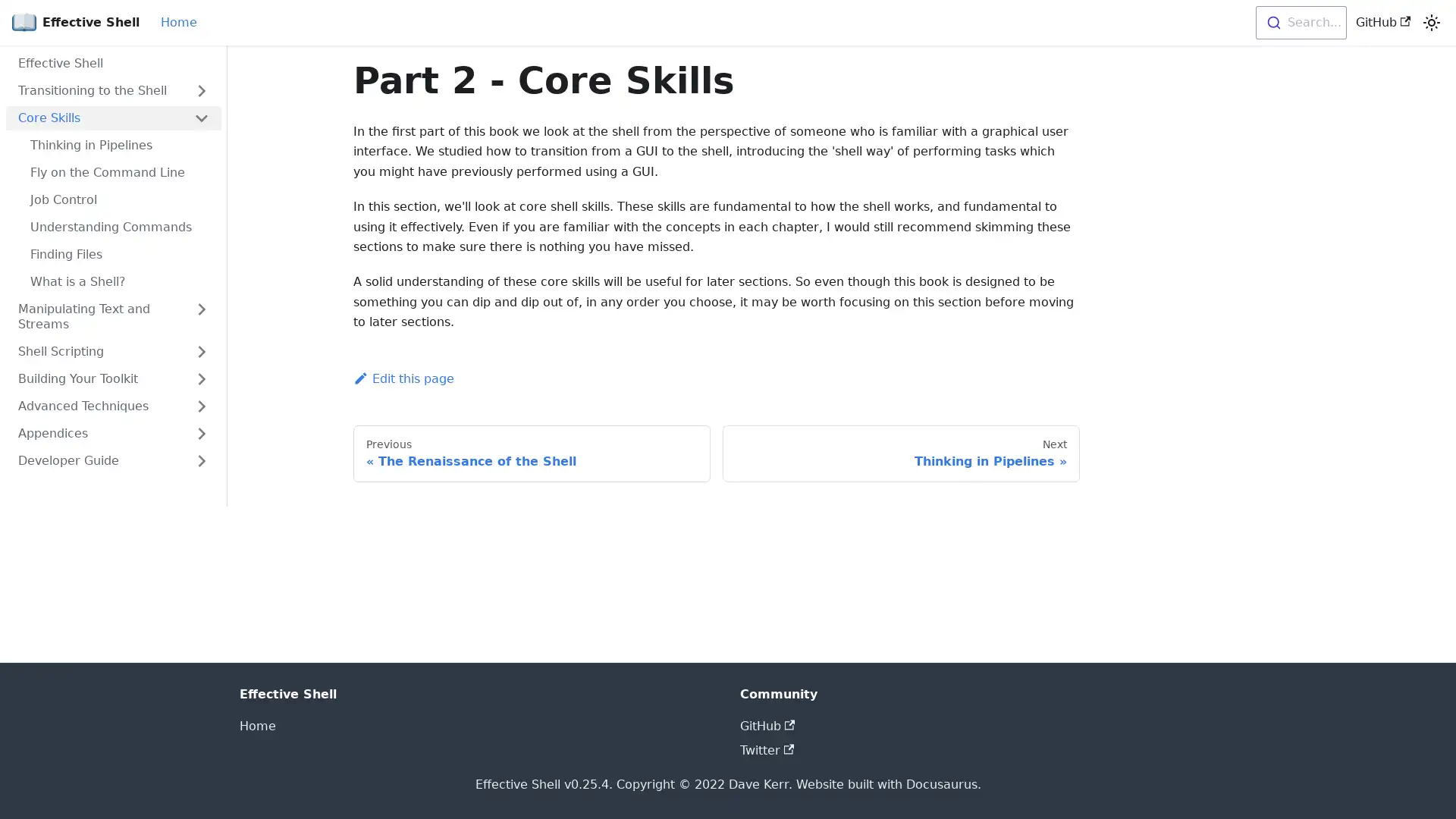 This screenshot has width=1456, height=819. I want to click on Switch between dark and light mode (currently light mode), so click(1430, 23).